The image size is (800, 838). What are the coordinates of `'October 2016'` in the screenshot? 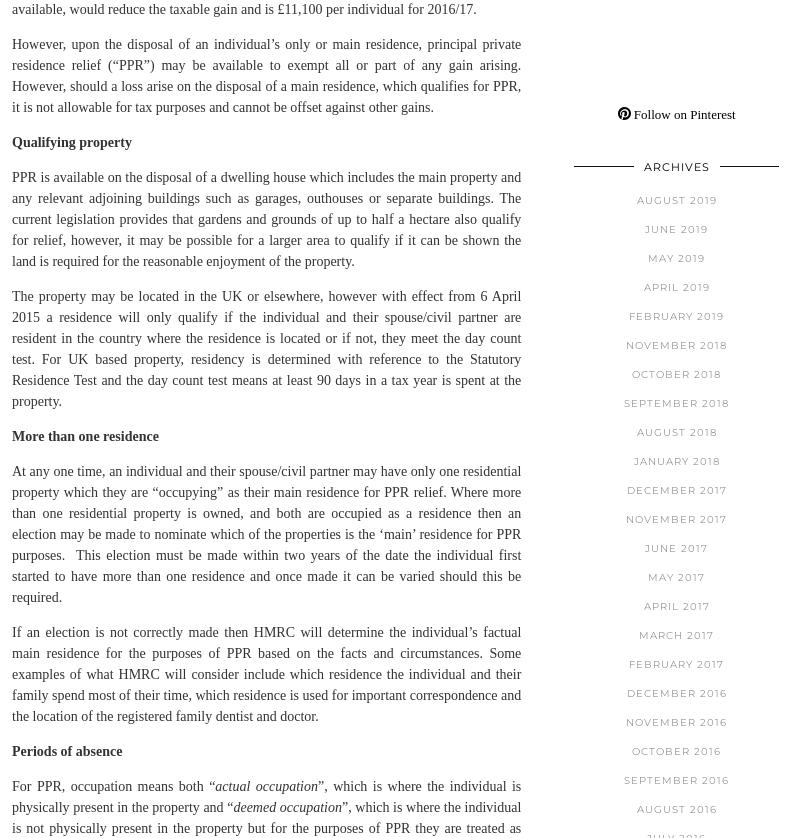 It's located at (676, 749).